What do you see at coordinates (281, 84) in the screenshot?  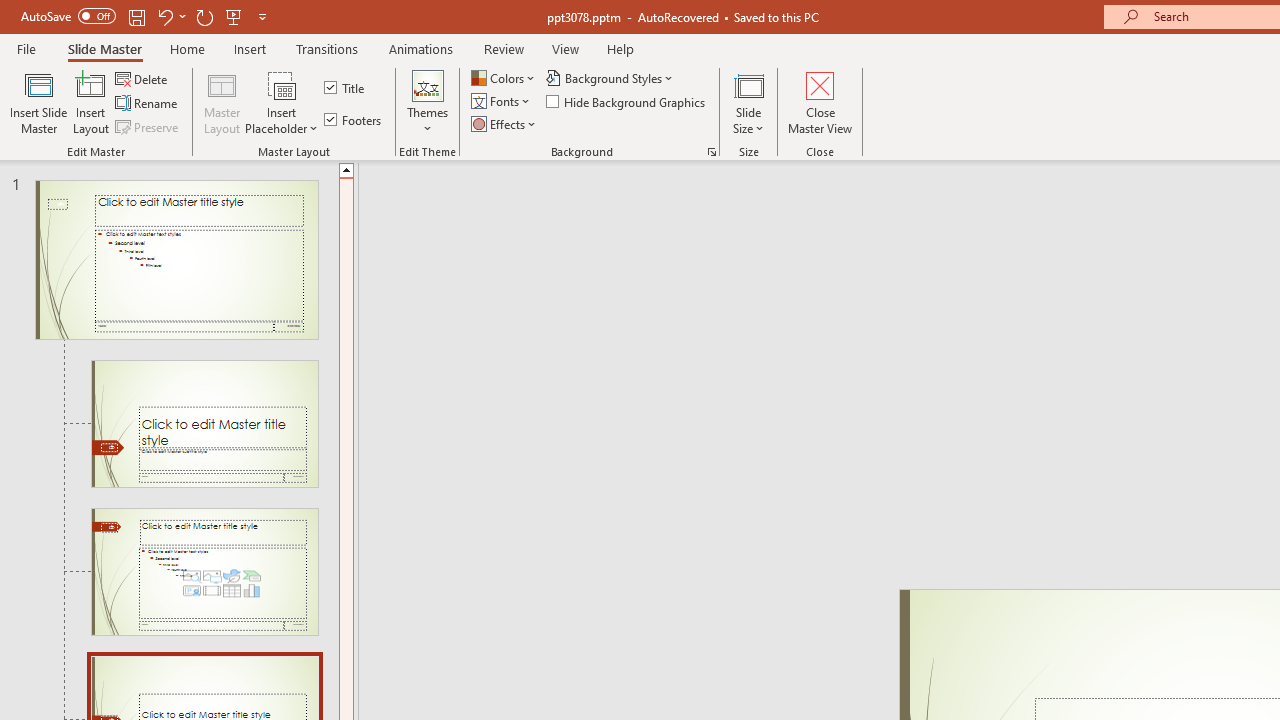 I see `'Content'` at bounding box center [281, 84].